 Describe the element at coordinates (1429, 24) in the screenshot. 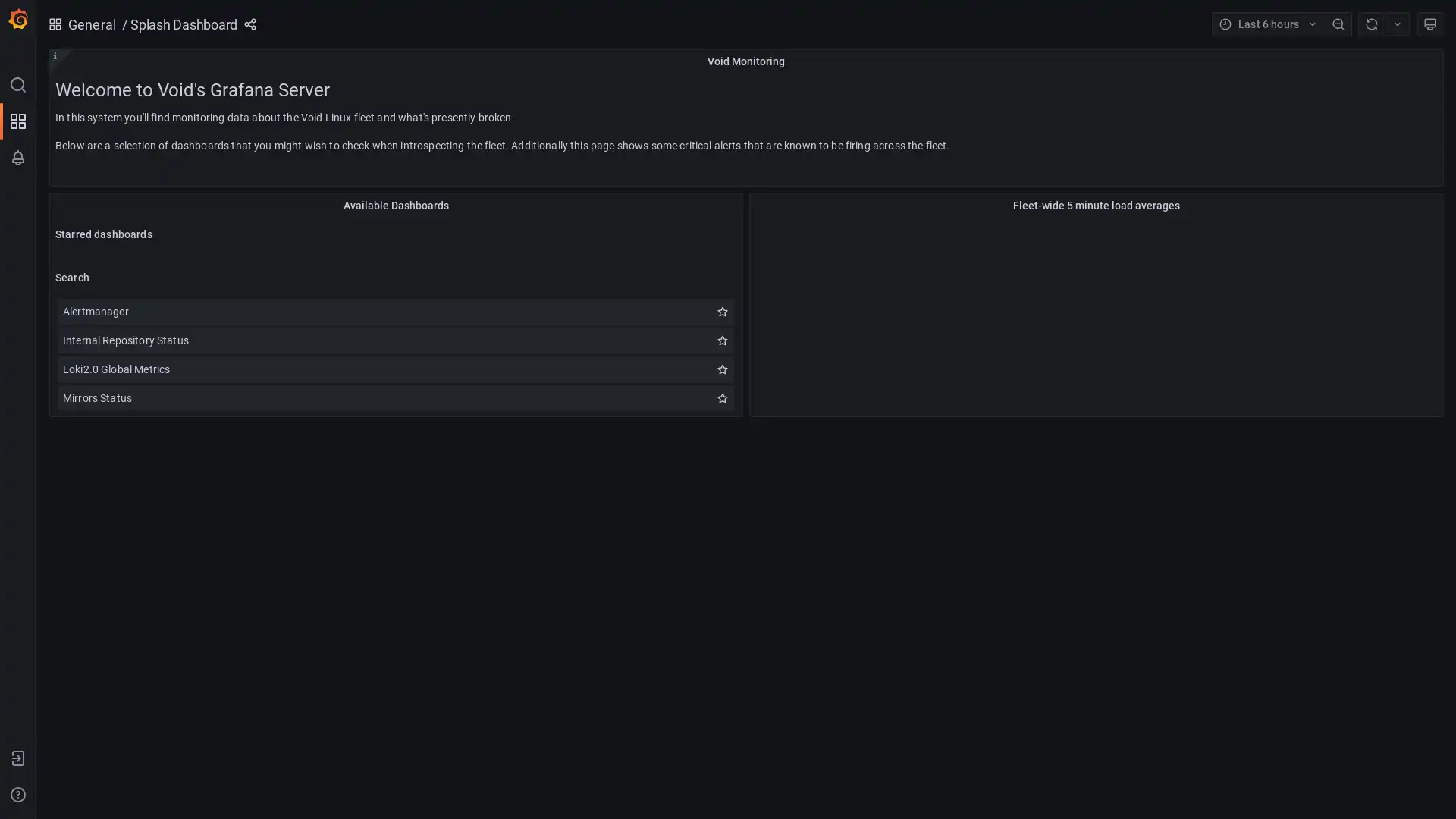

I see `Cycle view mode` at that location.